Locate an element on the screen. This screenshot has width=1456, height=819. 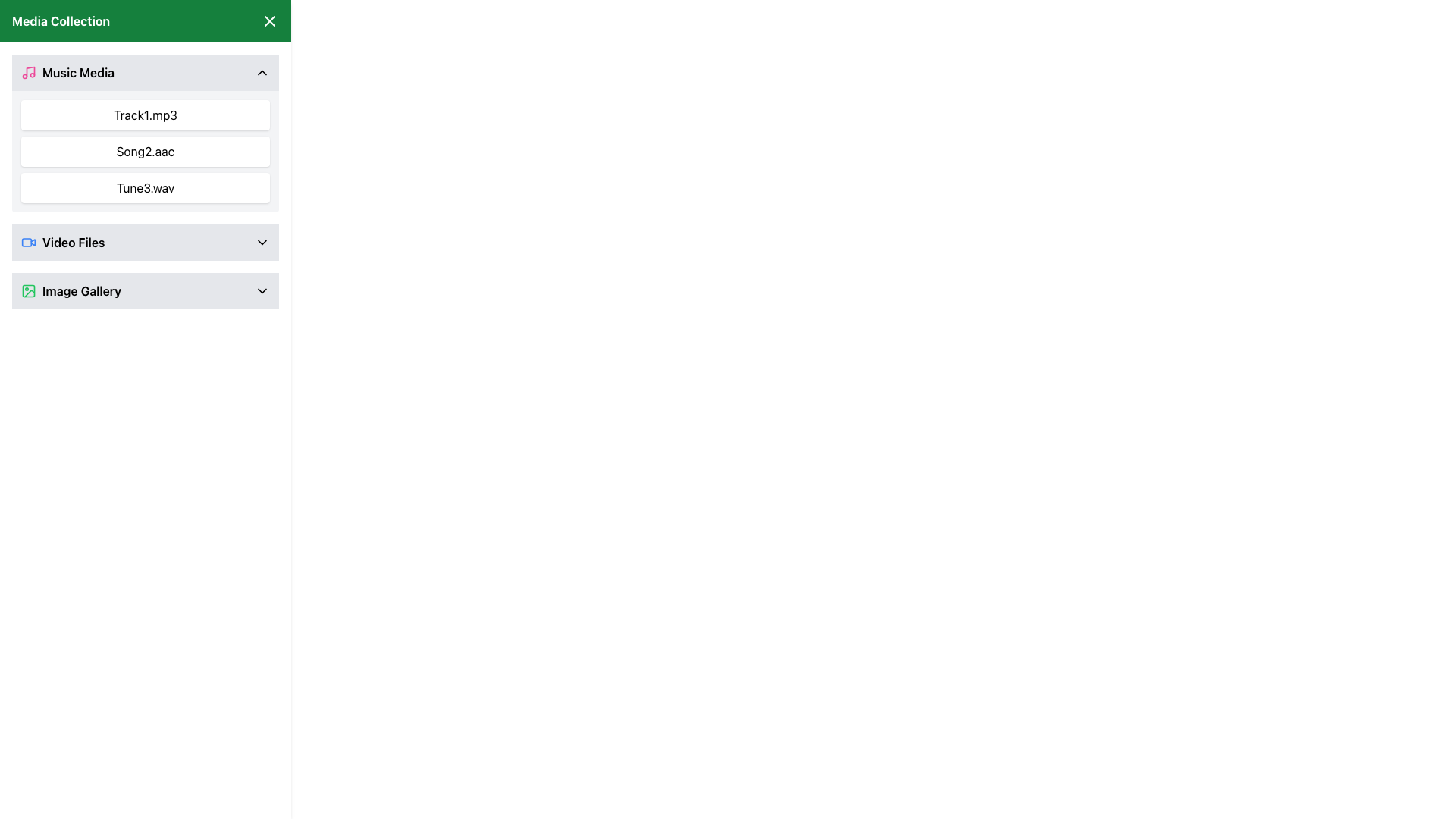
the interactive toggle button, represented by a small downward-pointing chevron icon, located at the far right of the 'Video Files' header row is located at coordinates (262, 242).